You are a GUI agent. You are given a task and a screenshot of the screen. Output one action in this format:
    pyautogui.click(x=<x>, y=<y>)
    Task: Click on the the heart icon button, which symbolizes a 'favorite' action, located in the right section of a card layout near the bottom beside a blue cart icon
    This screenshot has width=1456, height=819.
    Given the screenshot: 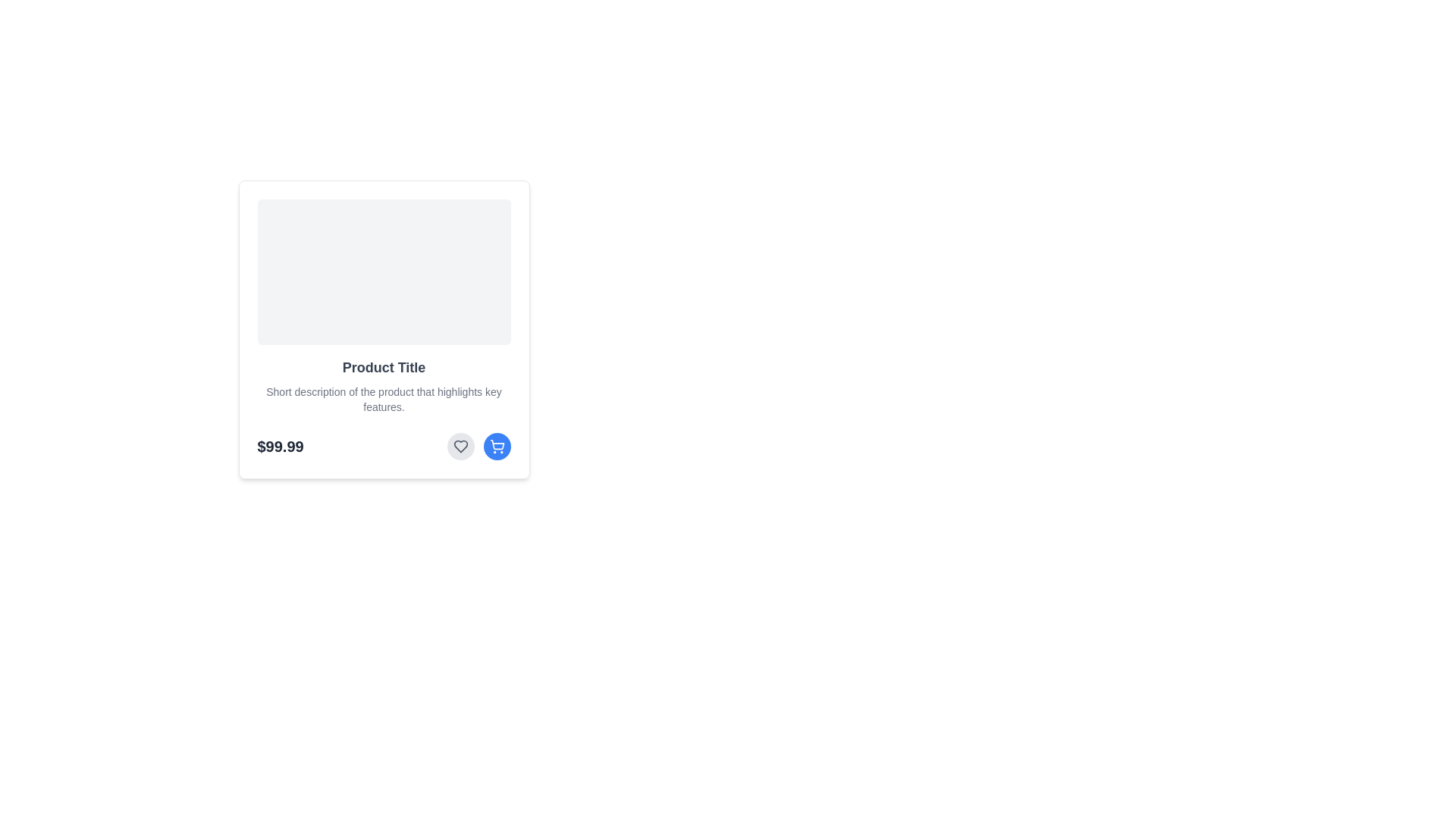 What is the action you would take?
    pyautogui.click(x=460, y=446)
    